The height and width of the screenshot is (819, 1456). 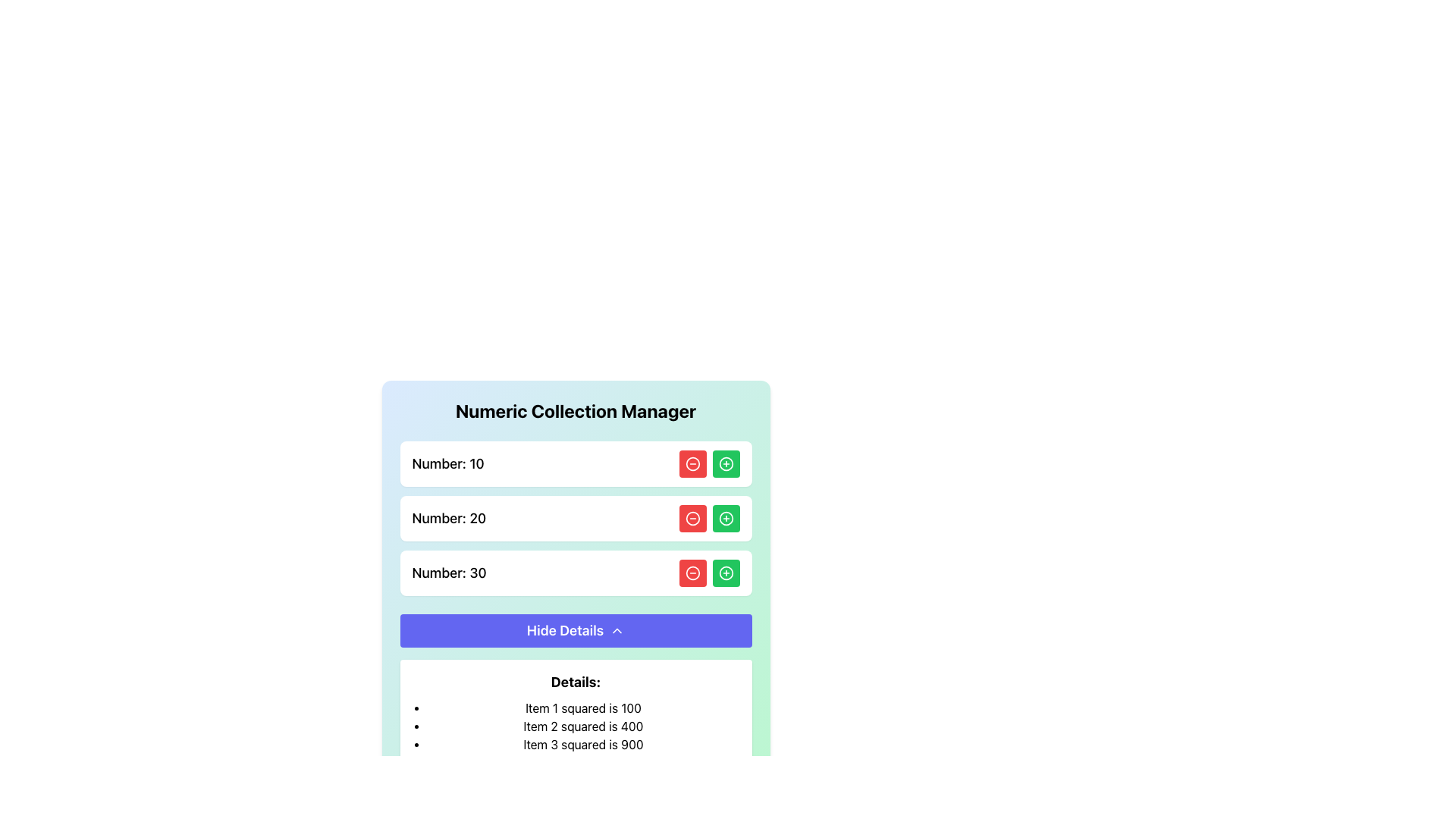 What do you see at coordinates (692, 517) in the screenshot?
I see `the decrement button located on the right side of the second row in the list, next to the number 20, to observe a visual response` at bounding box center [692, 517].